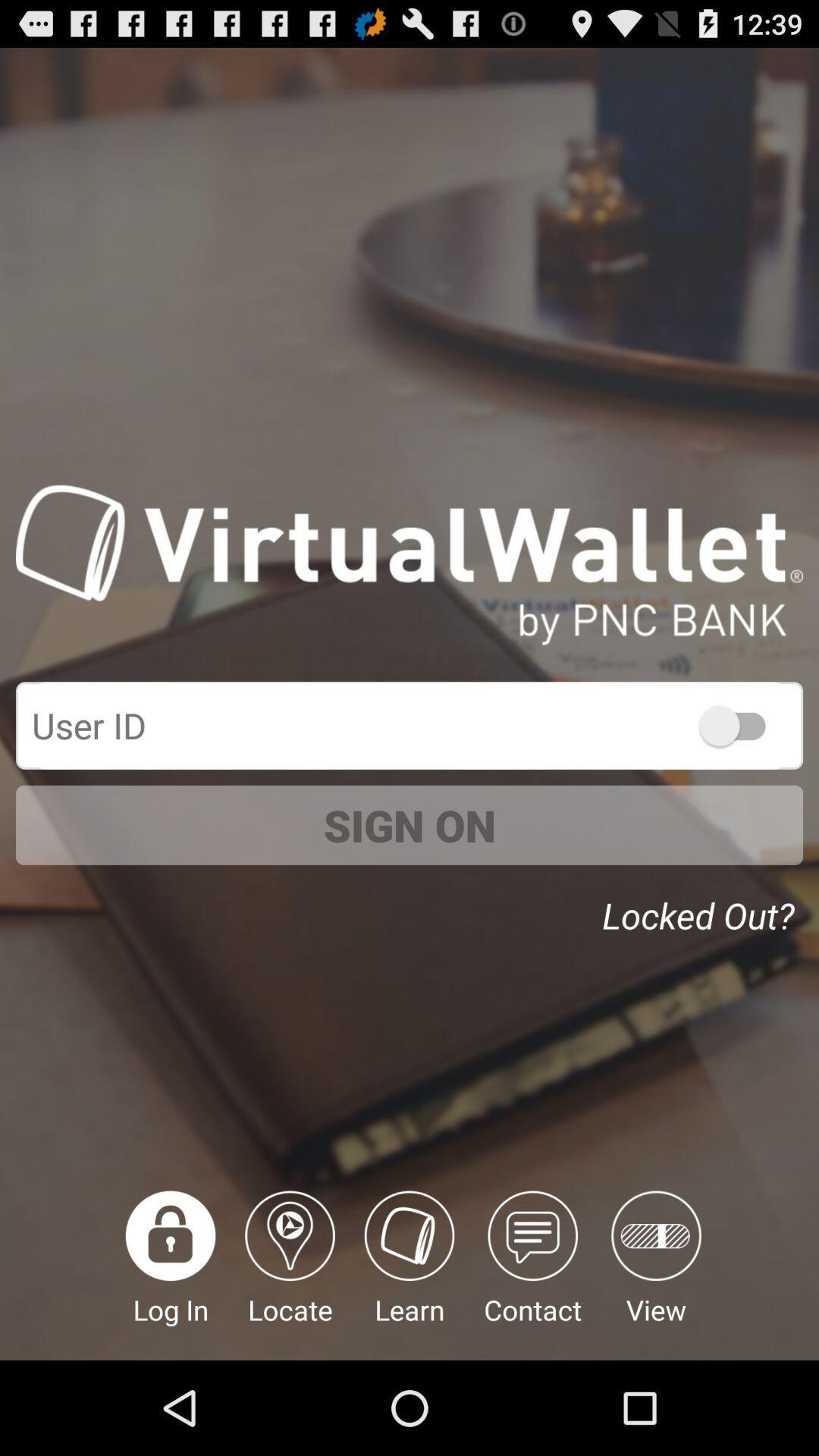 This screenshot has height=1456, width=819. What do you see at coordinates (290, 1275) in the screenshot?
I see `the item next to the log in` at bounding box center [290, 1275].